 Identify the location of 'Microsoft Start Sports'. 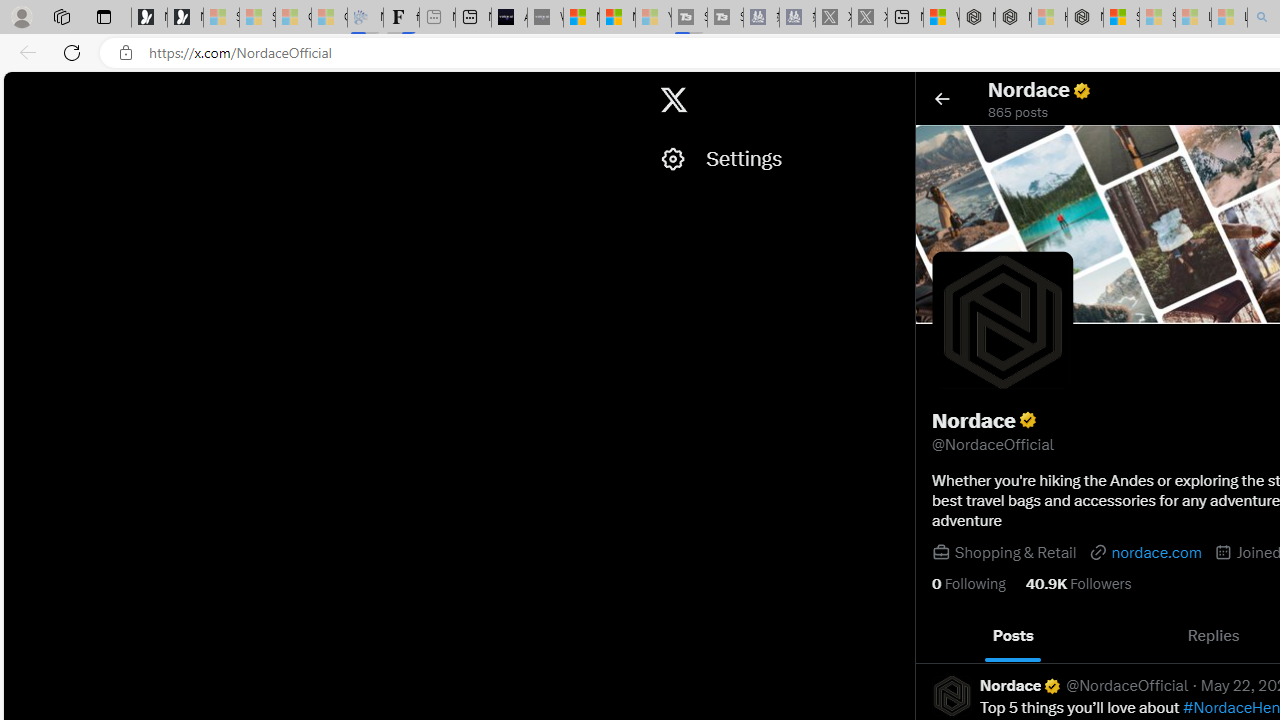
(580, 17).